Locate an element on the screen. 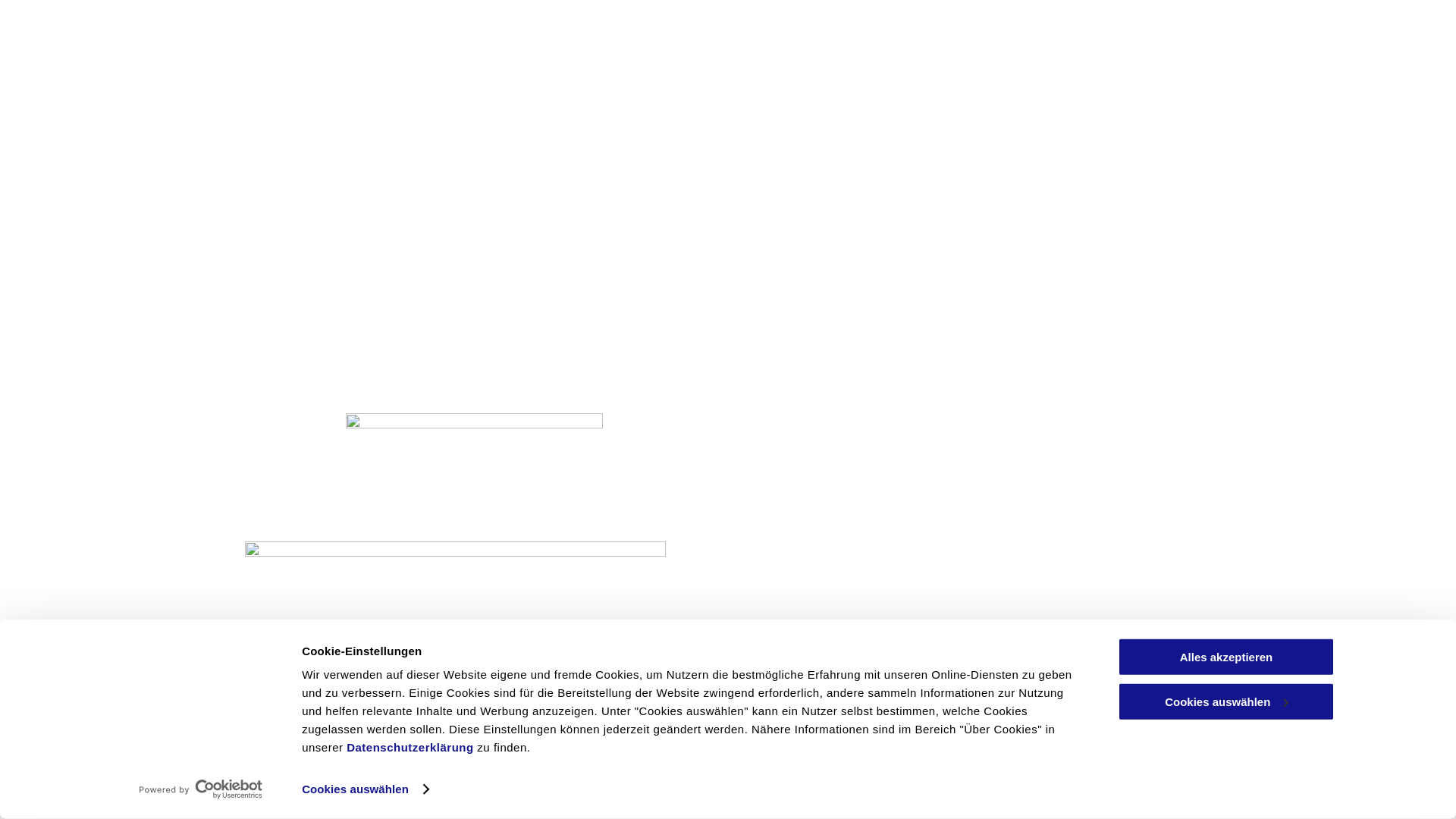  'Alles akzeptieren' is located at coordinates (1226, 656).